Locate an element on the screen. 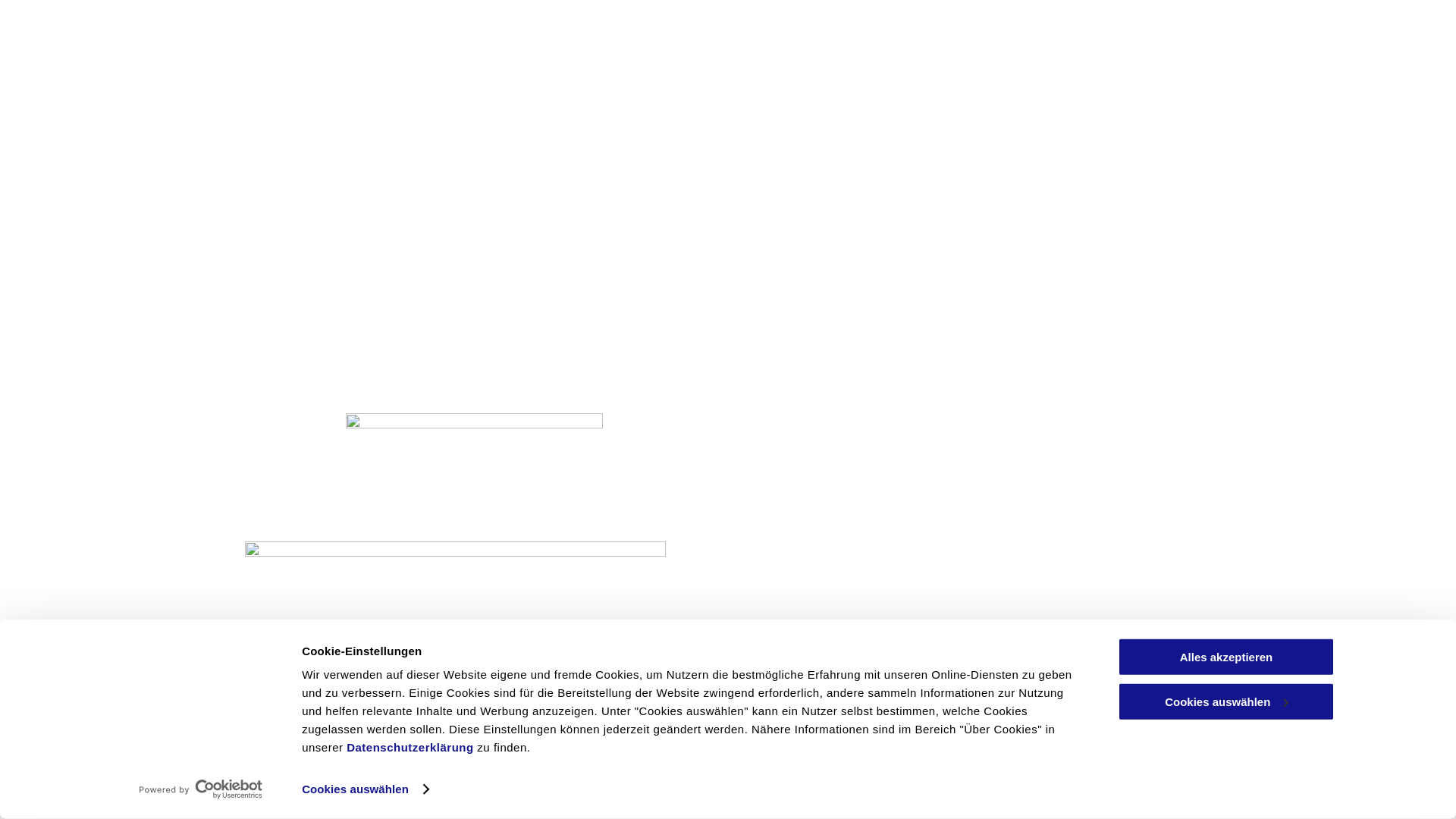  'Alles akzeptieren' is located at coordinates (1226, 656).